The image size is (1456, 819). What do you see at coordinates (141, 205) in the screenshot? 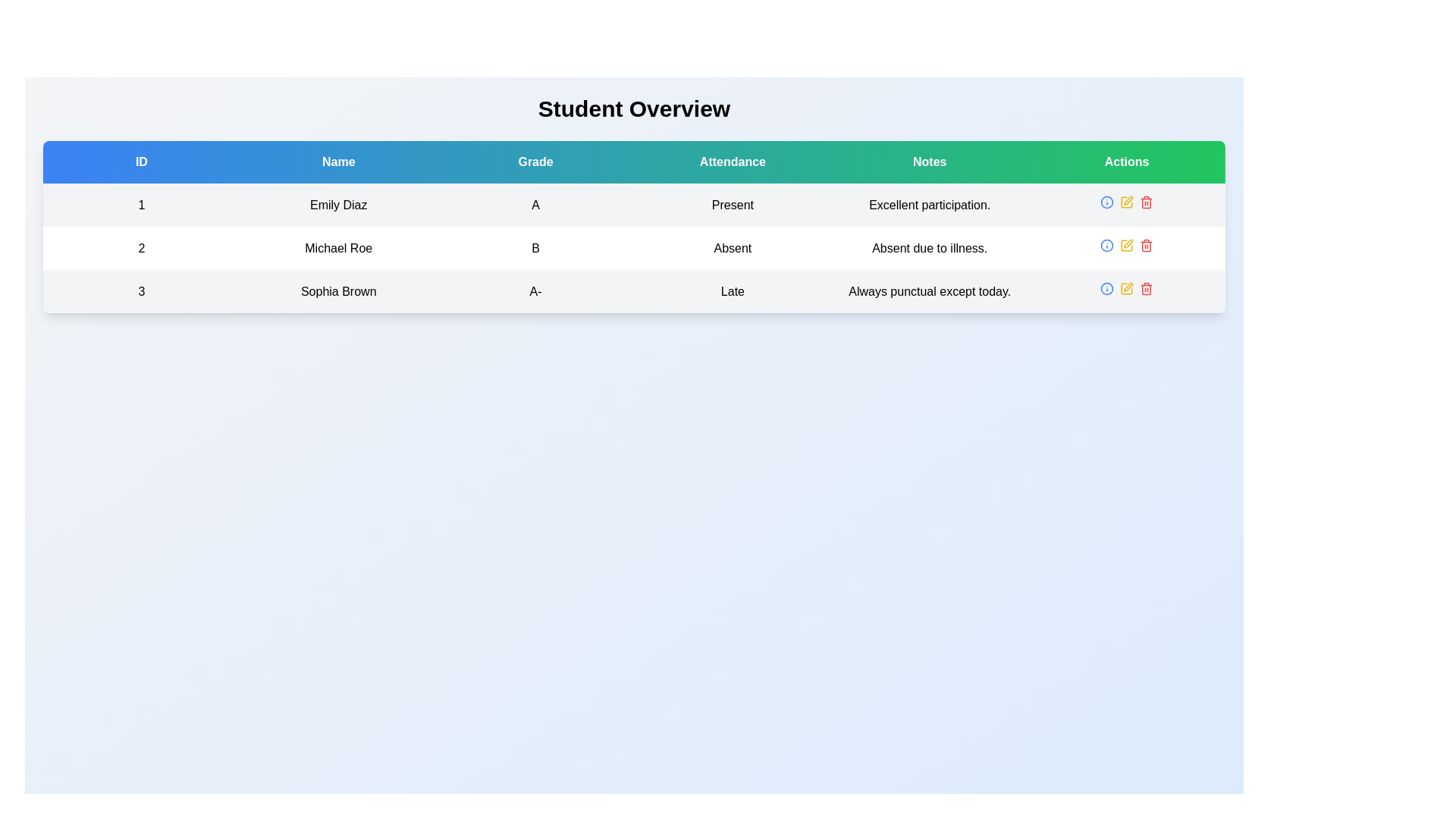
I see `the text displaying the student ID number located in the first column and first row of the table under the header 'ID'` at bounding box center [141, 205].